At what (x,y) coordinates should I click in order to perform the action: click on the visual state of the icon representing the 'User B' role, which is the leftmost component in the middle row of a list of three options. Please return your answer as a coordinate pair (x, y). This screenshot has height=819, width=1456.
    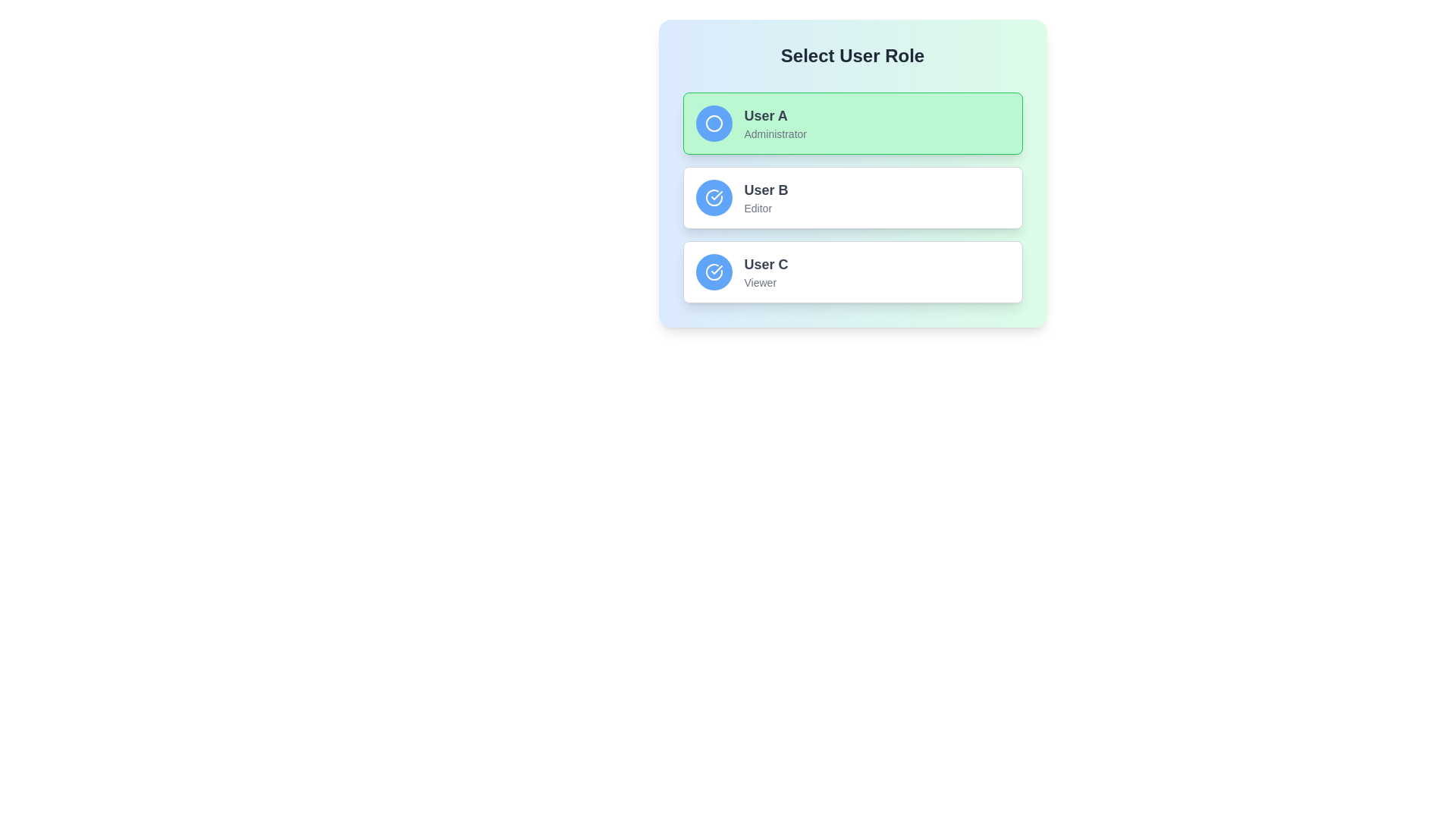
    Looking at the image, I should click on (713, 197).